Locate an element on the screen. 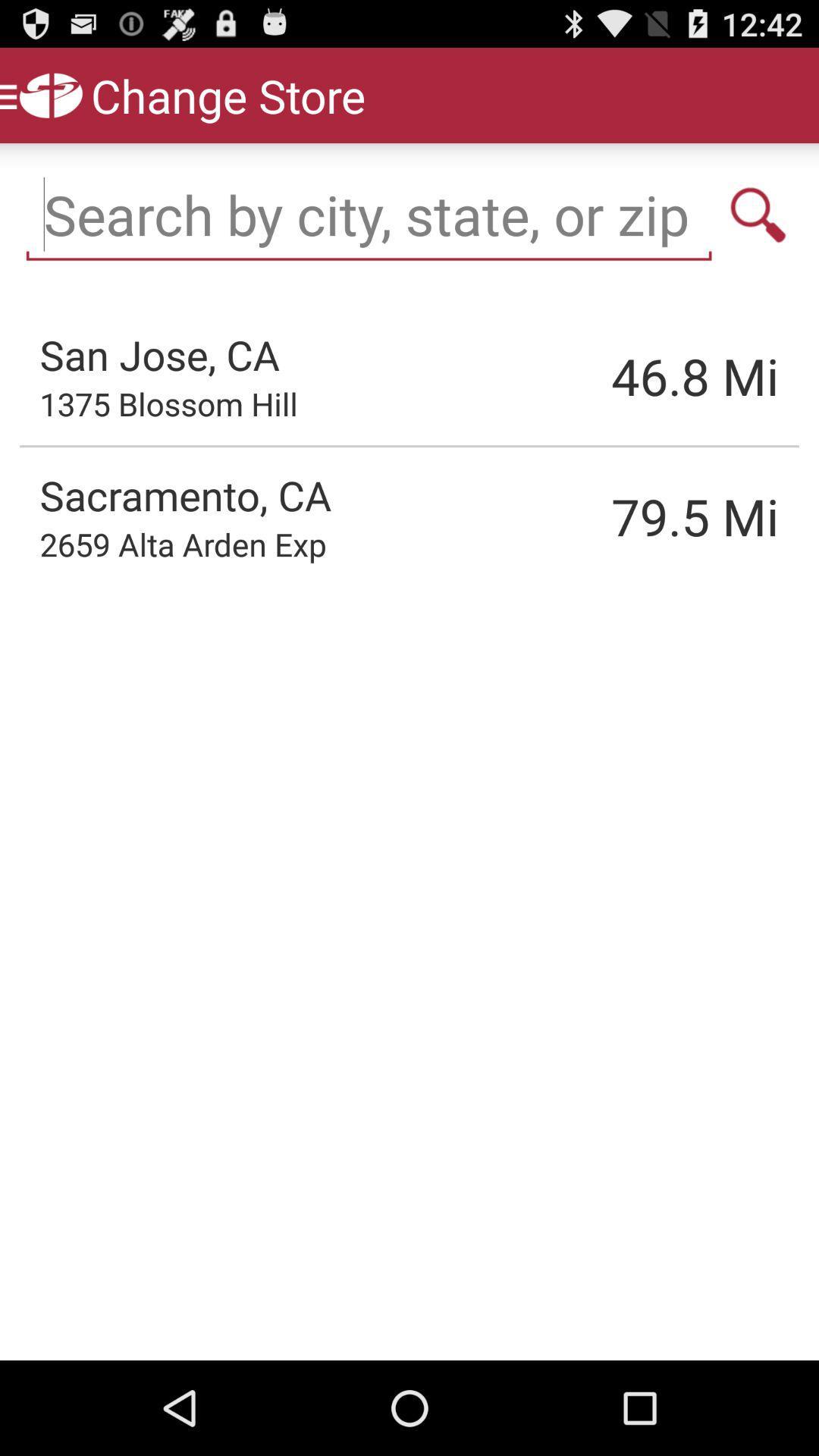  the app below san jose, ca app is located at coordinates (168, 403).